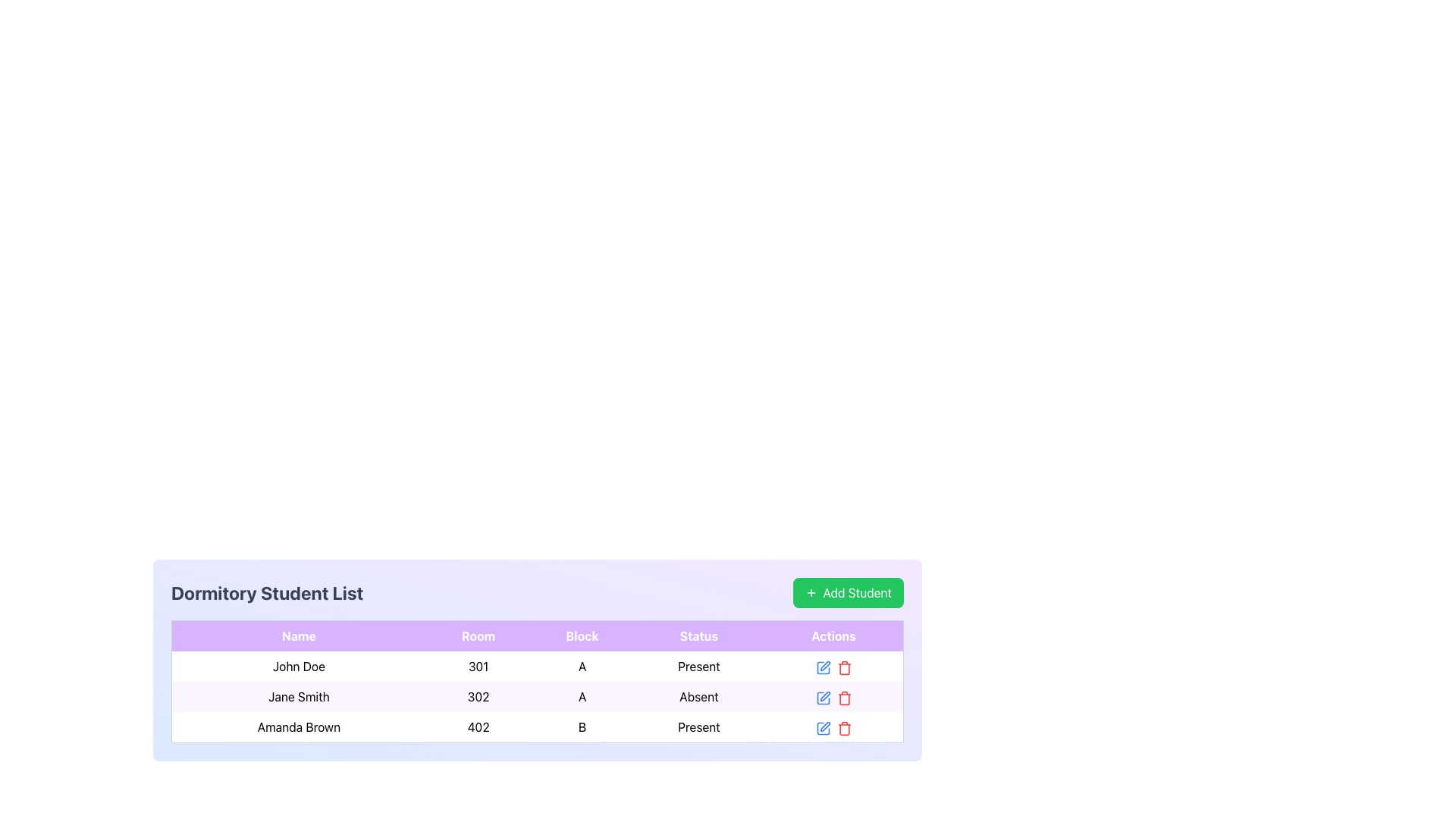 This screenshot has height=819, width=1456. I want to click on the 'Edit' icon button located in the 'Actions' column of the last row for Amanda Brown, so click(822, 727).